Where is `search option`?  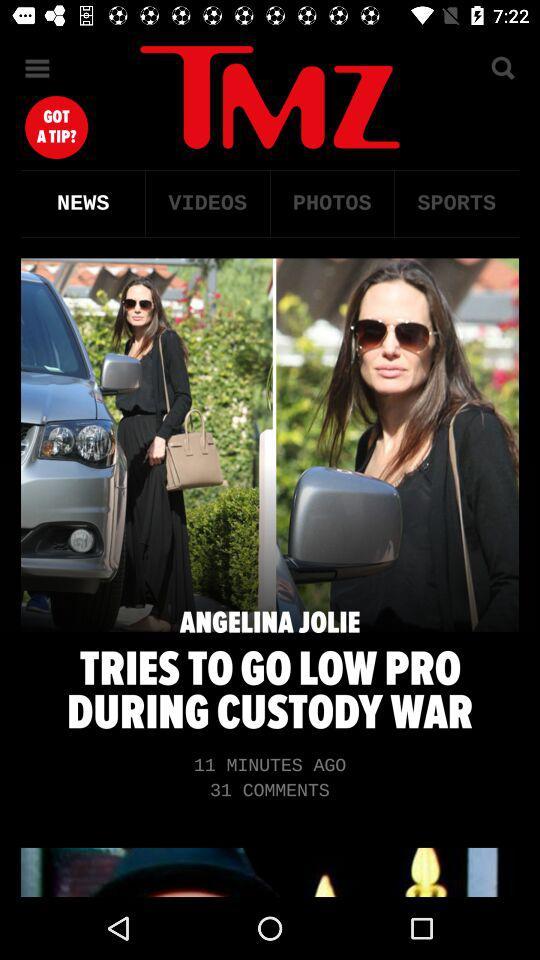
search option is located at coordinates (501, 68).